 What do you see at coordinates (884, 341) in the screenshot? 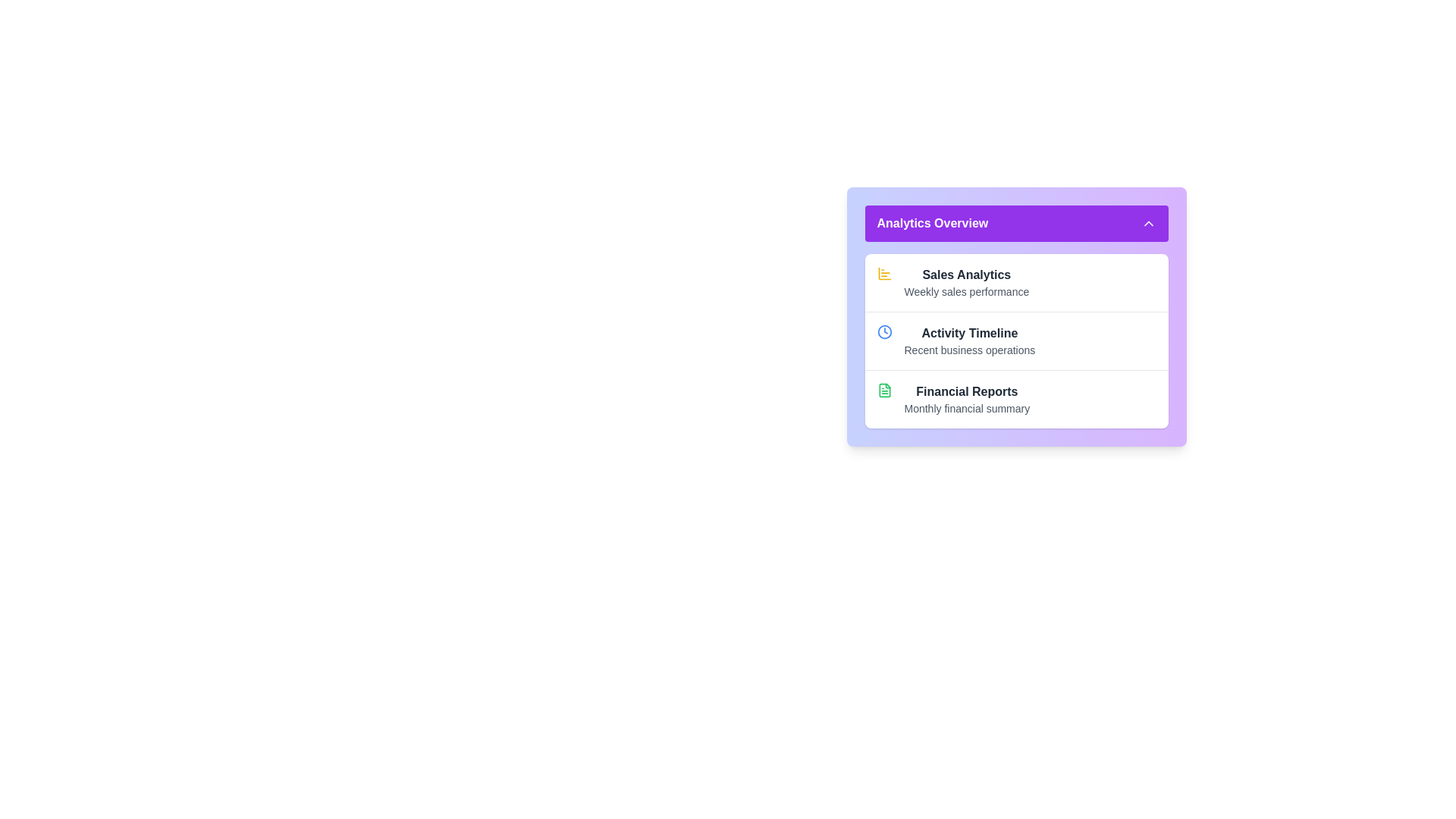
I see `the blue clock icon located in the 'Activity Timeline' section of the 'Analytics Overview' card` at bounding box center [884, 341].